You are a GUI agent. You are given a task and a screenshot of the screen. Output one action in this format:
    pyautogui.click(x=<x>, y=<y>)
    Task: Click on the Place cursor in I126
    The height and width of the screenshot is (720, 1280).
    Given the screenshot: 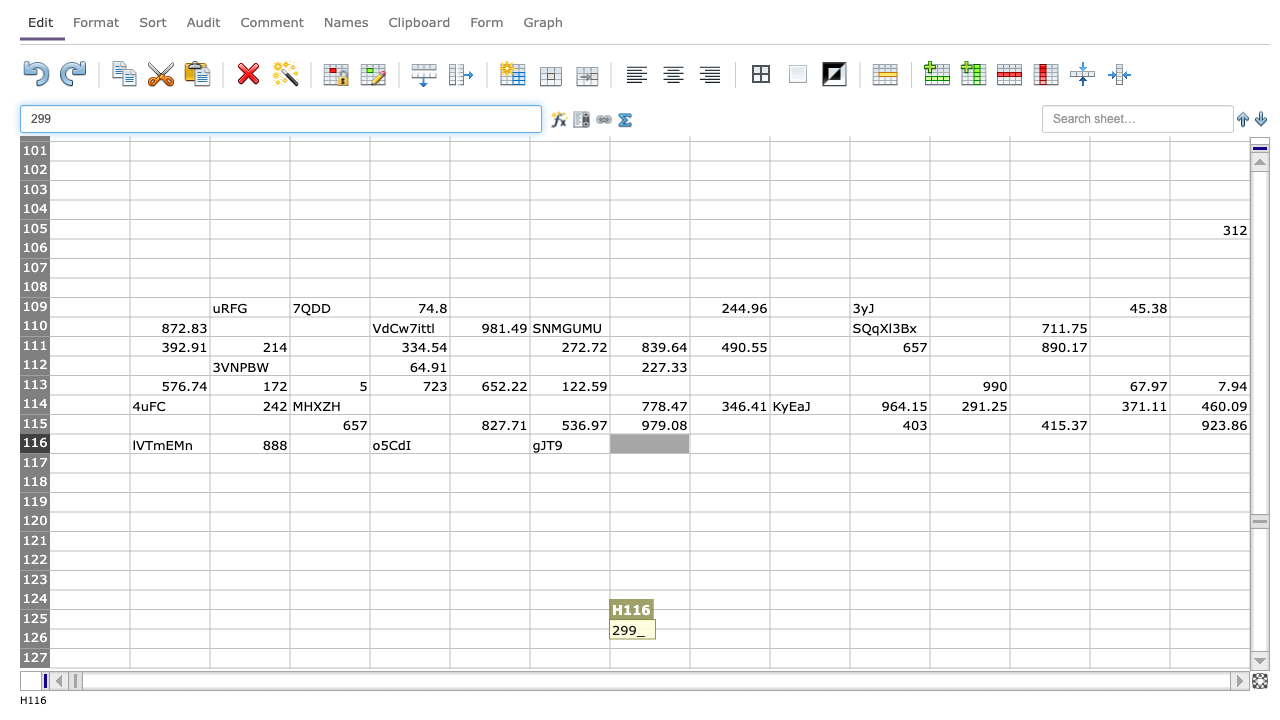 What is the action you would take?
    pyautogui.click(x=728, y=638)
    